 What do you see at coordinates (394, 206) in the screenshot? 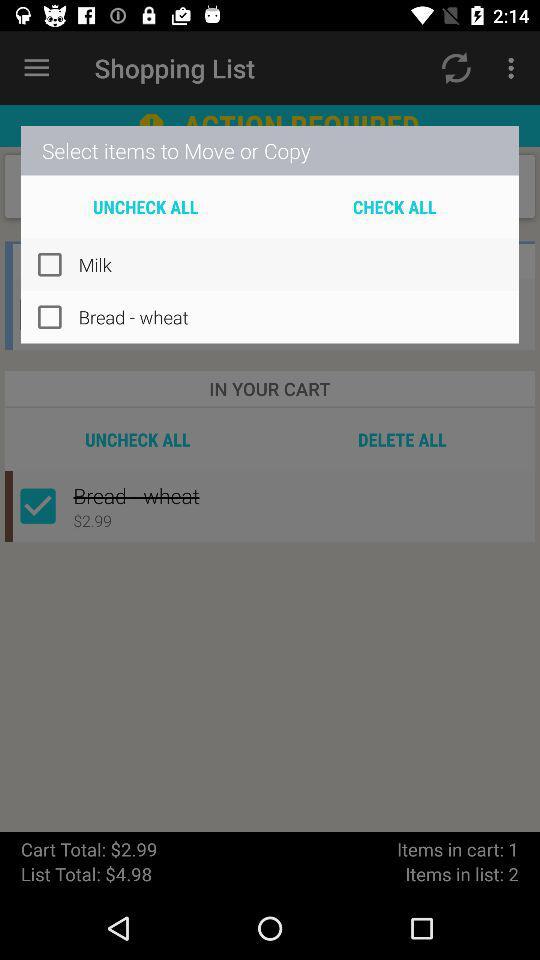
I see `item next to uncheck all icon` at bounding box center [394, 206].